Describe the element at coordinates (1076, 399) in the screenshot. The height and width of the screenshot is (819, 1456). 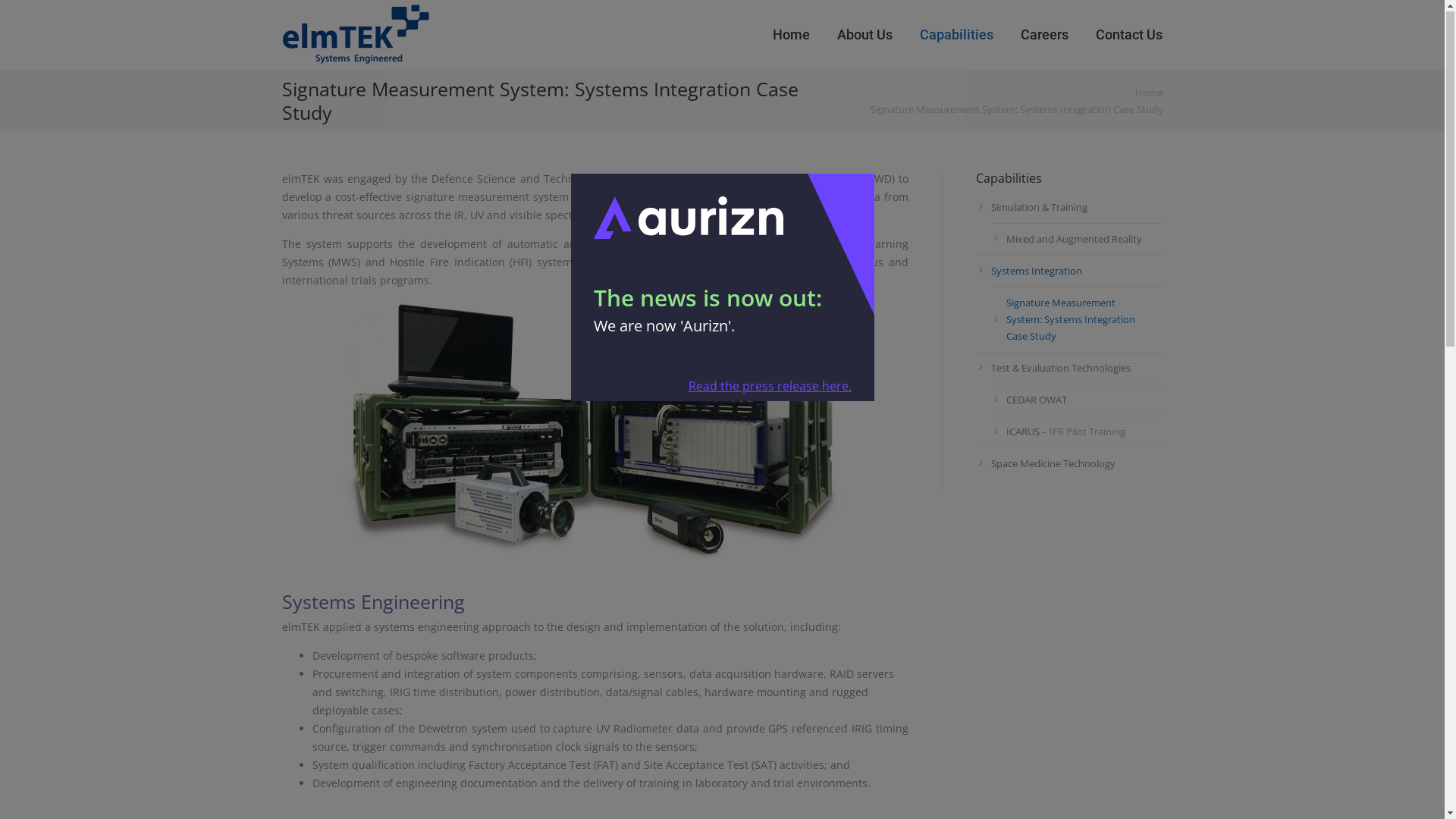
I see `'CEDAR OWAT'` at that location.